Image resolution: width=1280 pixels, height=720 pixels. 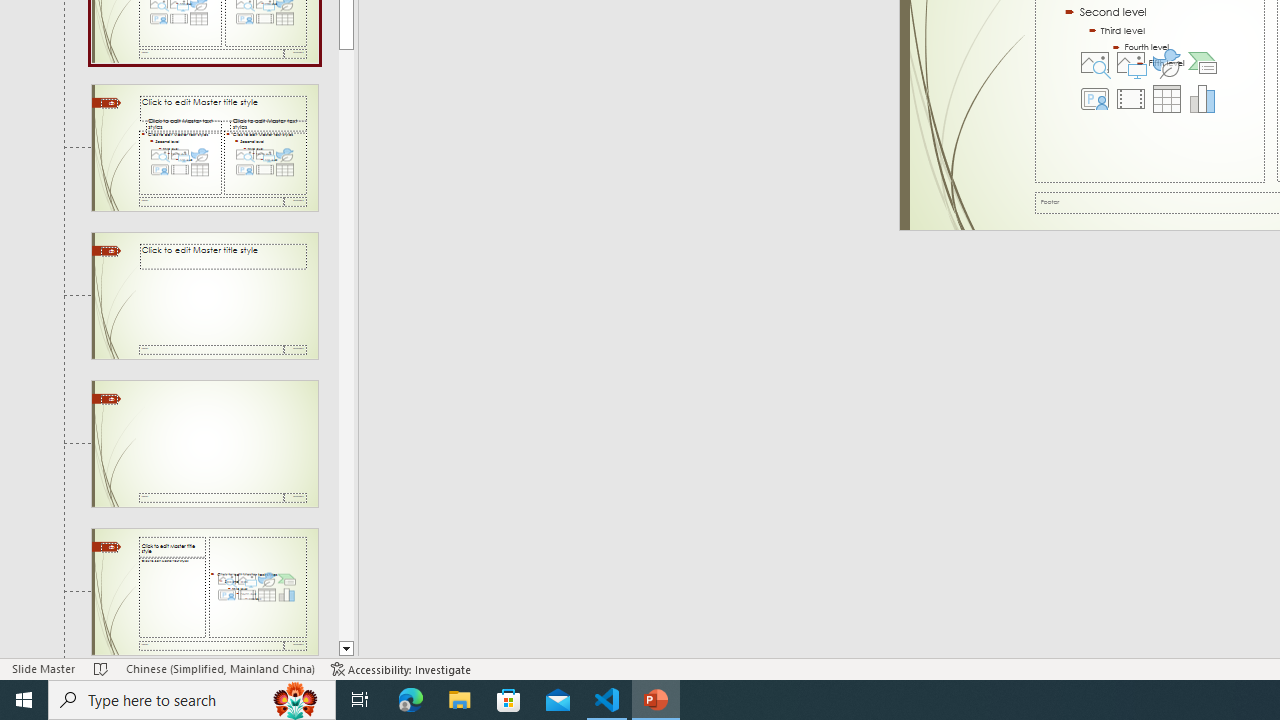 What do you see at coordinates (1201, 99) in the screenshot?
I see `'Insert Chart'` at bounding box center [1201, 99].